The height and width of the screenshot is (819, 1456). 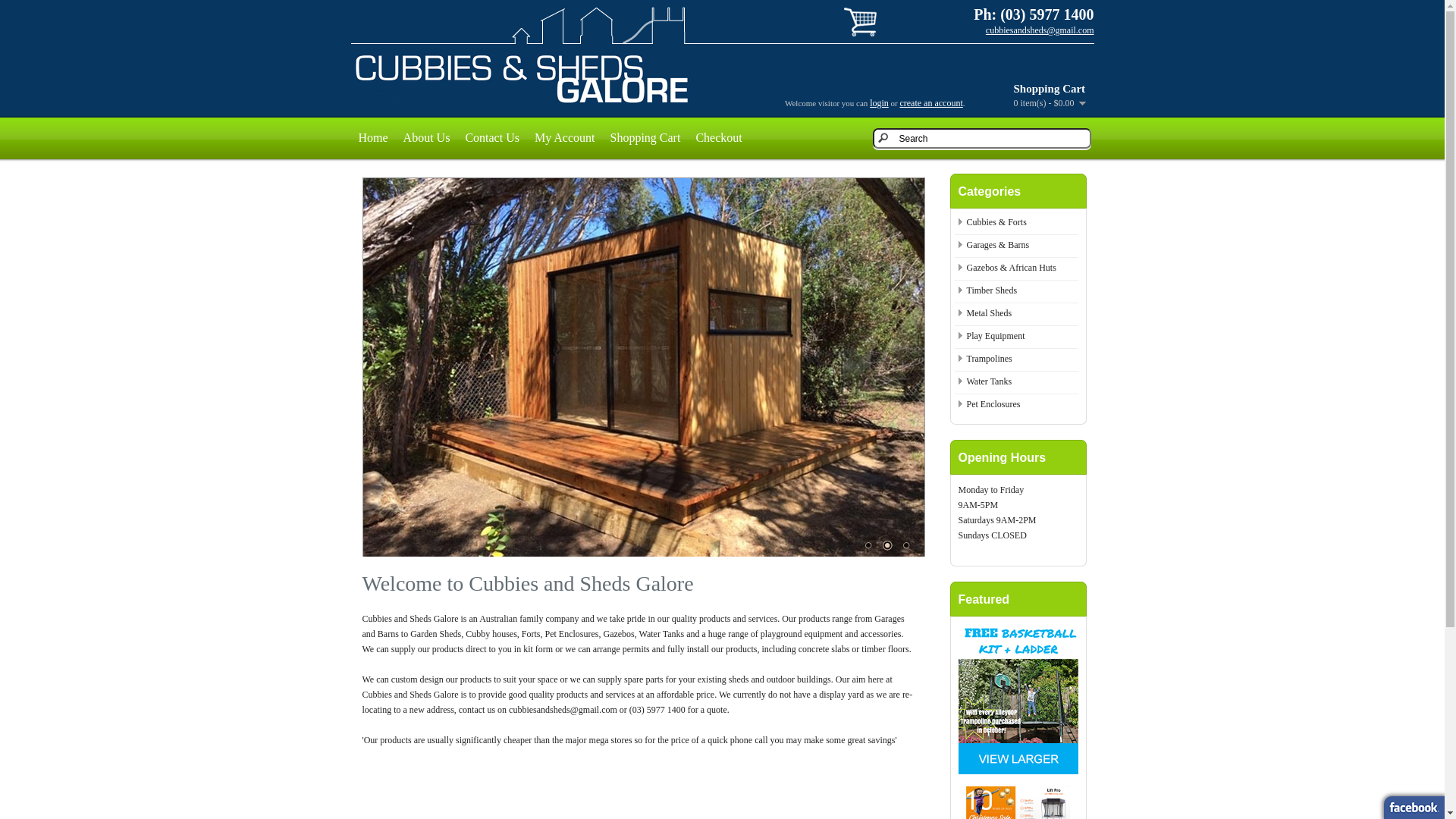 What do you see at coordinates (997, 244) in the screenshot?
I see `'Garages & Barns'` at bounding box center [997, 244].